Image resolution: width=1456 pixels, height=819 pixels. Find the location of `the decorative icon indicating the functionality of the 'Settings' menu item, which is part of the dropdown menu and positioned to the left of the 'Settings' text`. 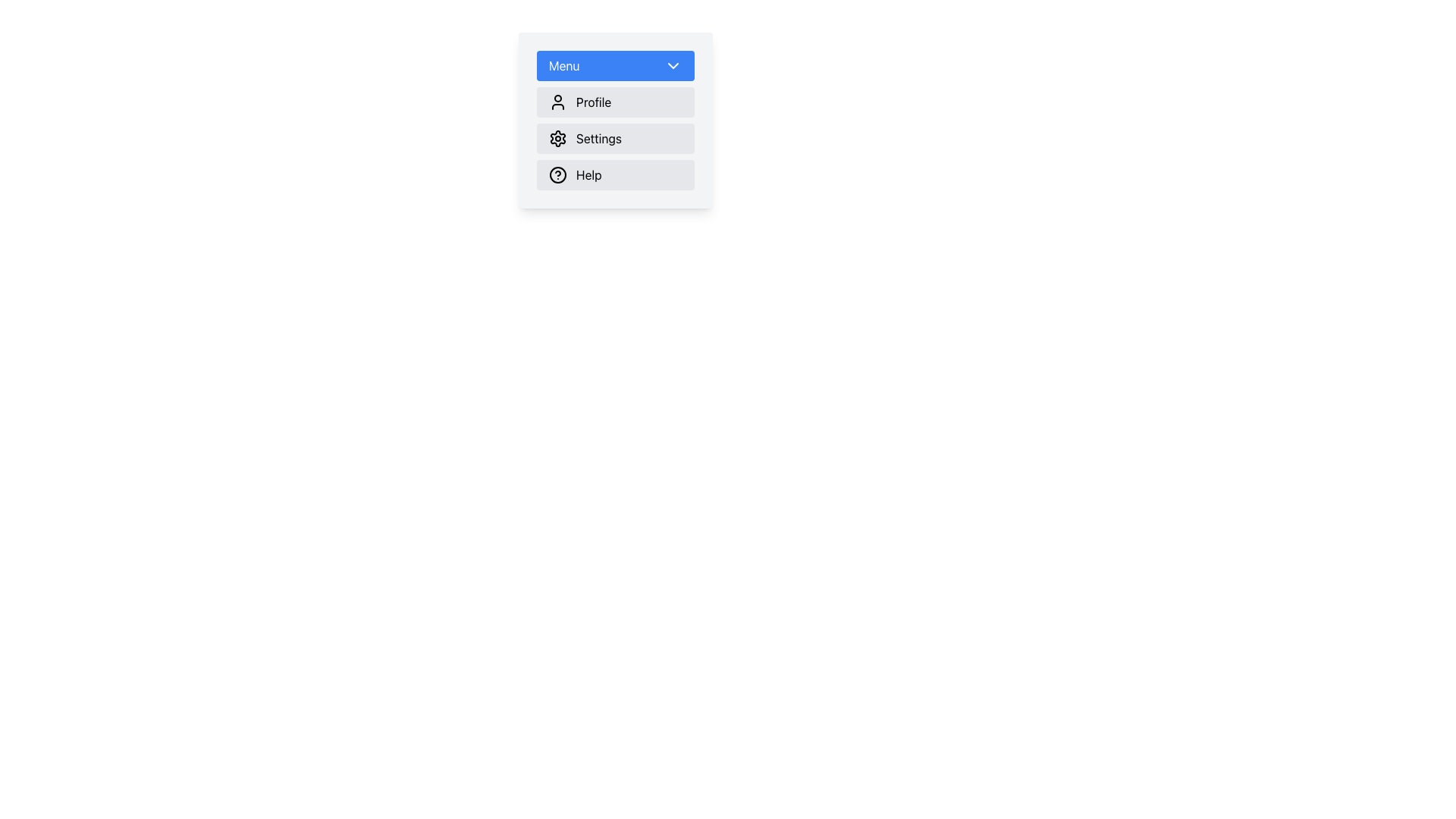

the decorative icon indicating the functionality of the 'Settings' menu item, which is part of the dropdown menu and positioned to the left of the 'Settings' text is located at coordinates (557, 138).